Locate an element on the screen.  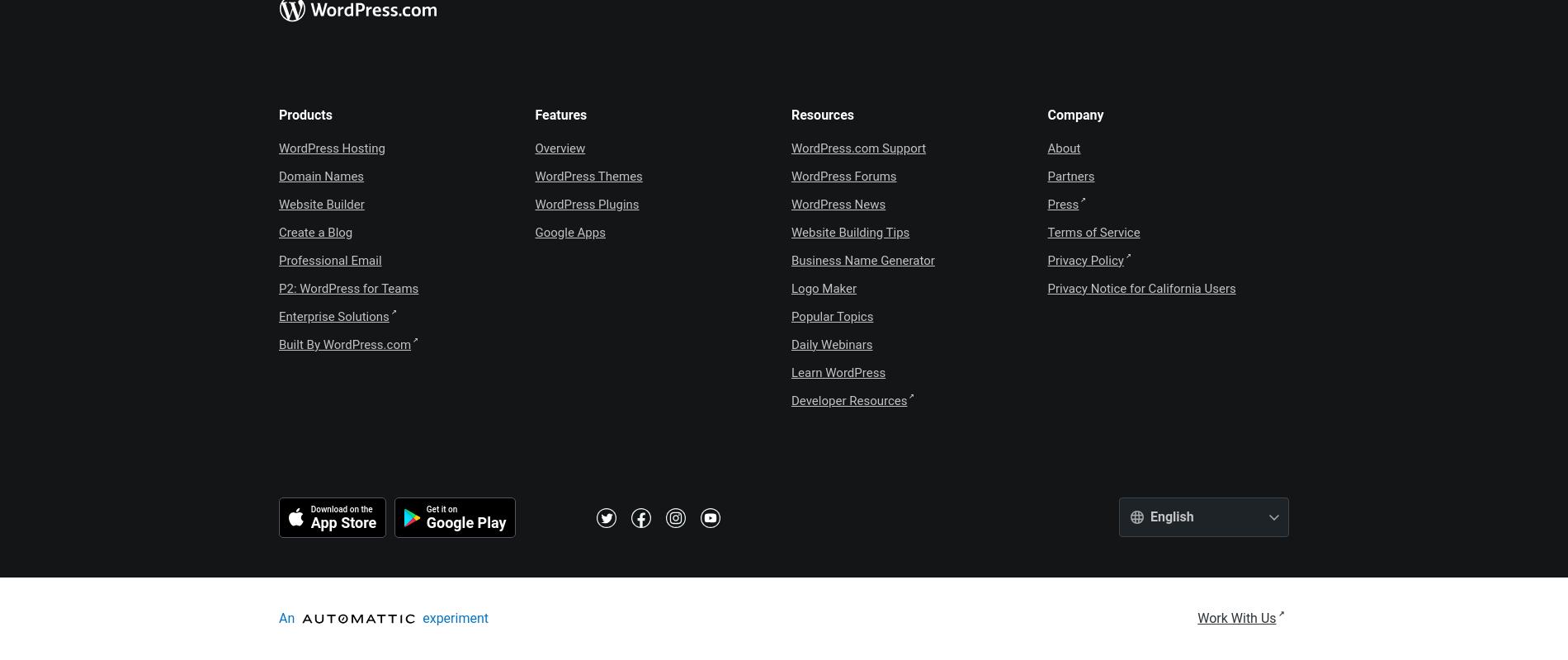
'P2: WordPress for Teams' is located at coordinates (347, 288).